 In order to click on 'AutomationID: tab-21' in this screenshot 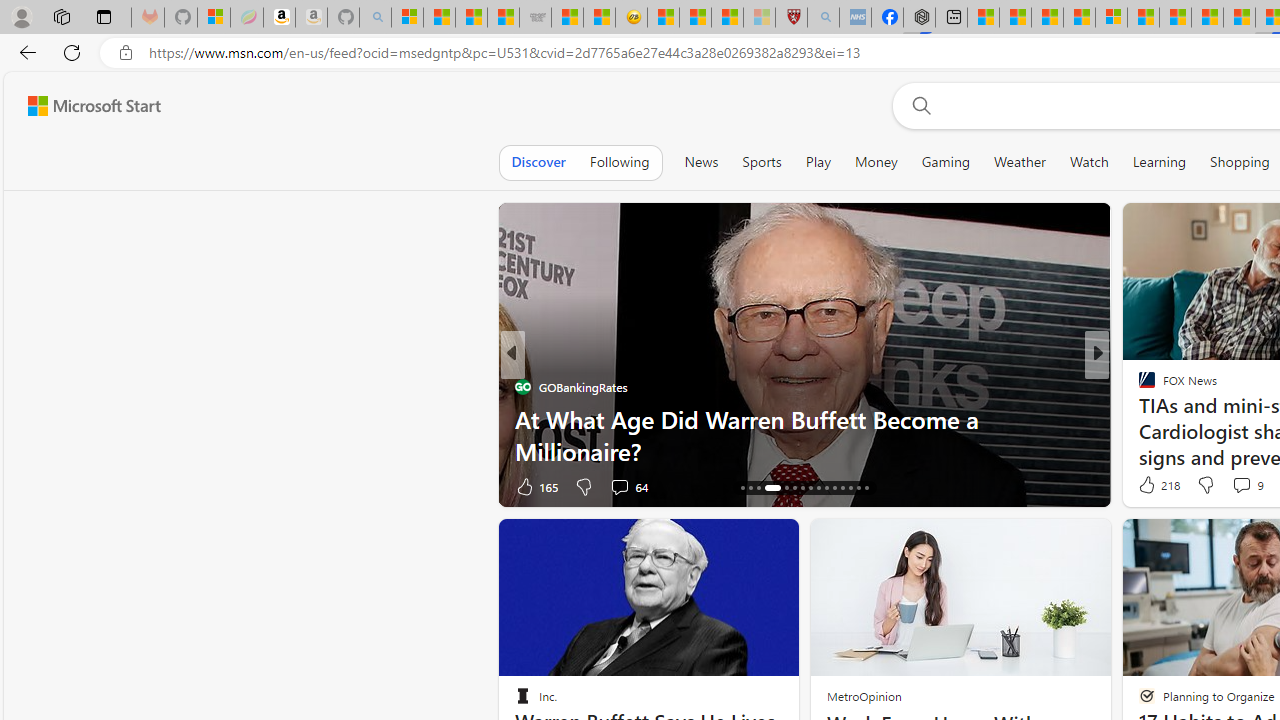, I will do `click(793, 488)`.